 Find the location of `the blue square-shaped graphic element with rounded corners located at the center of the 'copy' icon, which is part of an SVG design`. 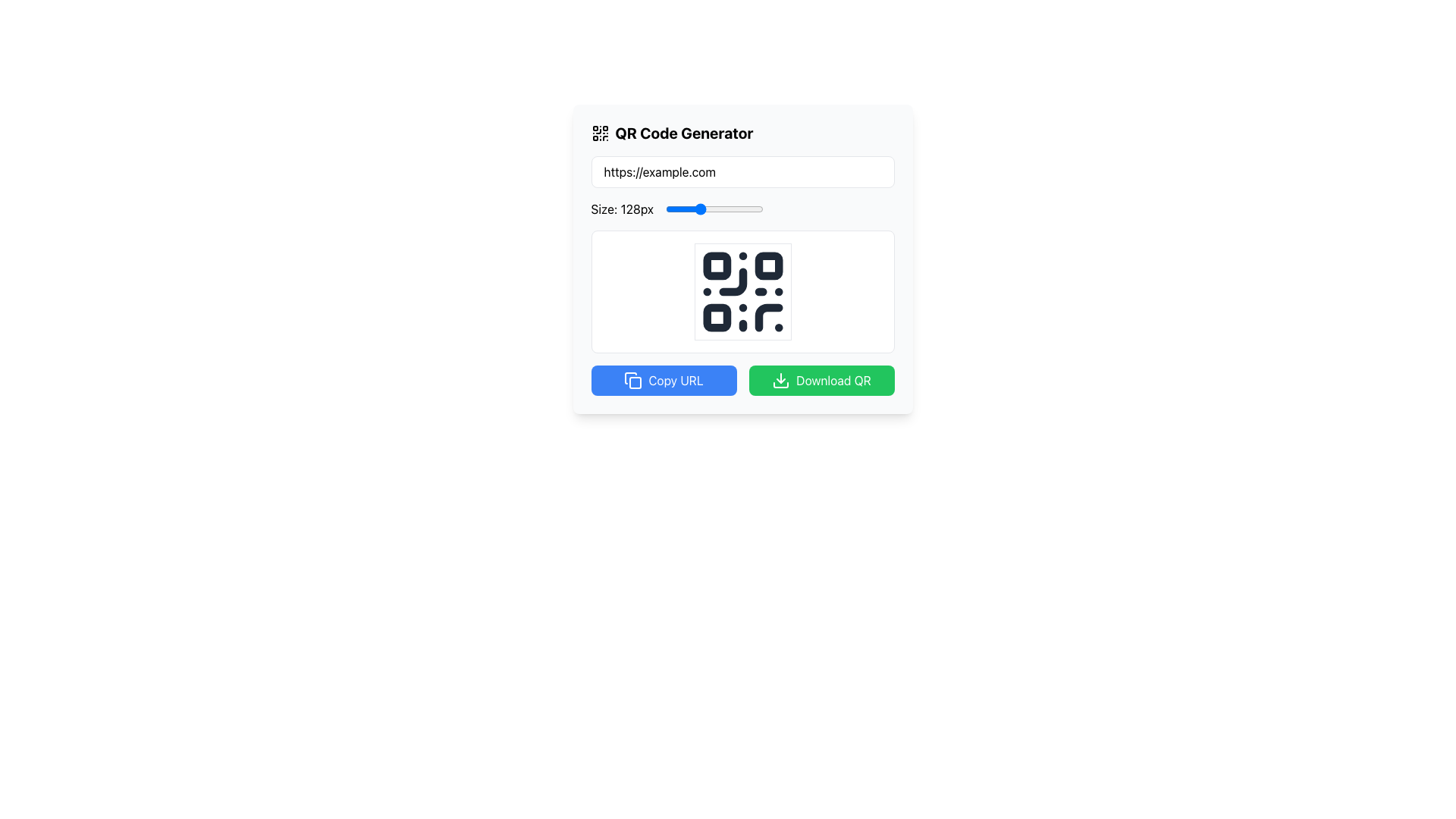

the blue square-shaped graphic element with rounded corners located at the center of the 'copy' icon, which is part of an SVG design is located at coordinates (635, 382).